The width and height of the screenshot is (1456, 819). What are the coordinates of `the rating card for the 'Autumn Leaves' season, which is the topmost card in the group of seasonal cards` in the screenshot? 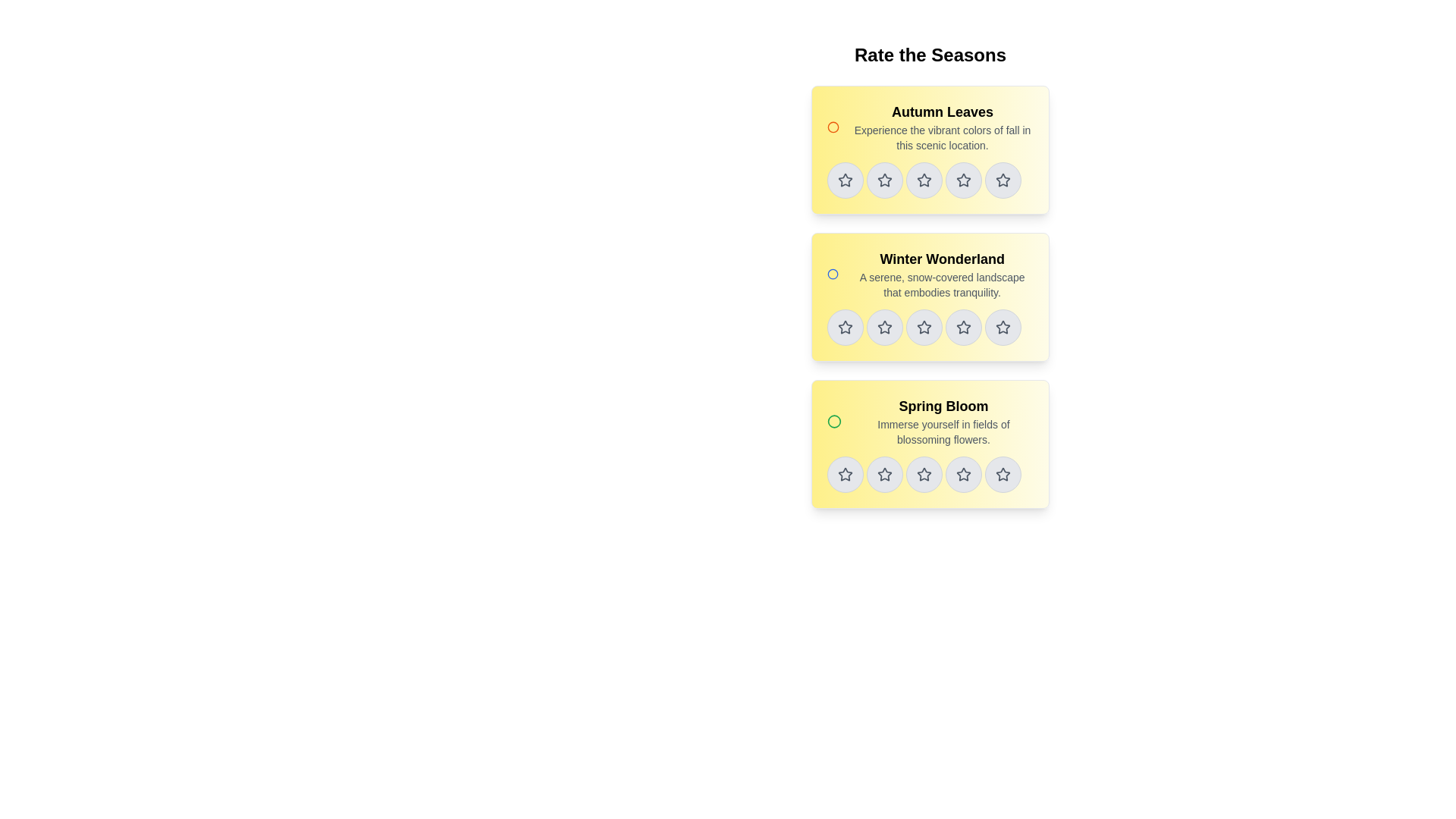 It's located at (930, 149).